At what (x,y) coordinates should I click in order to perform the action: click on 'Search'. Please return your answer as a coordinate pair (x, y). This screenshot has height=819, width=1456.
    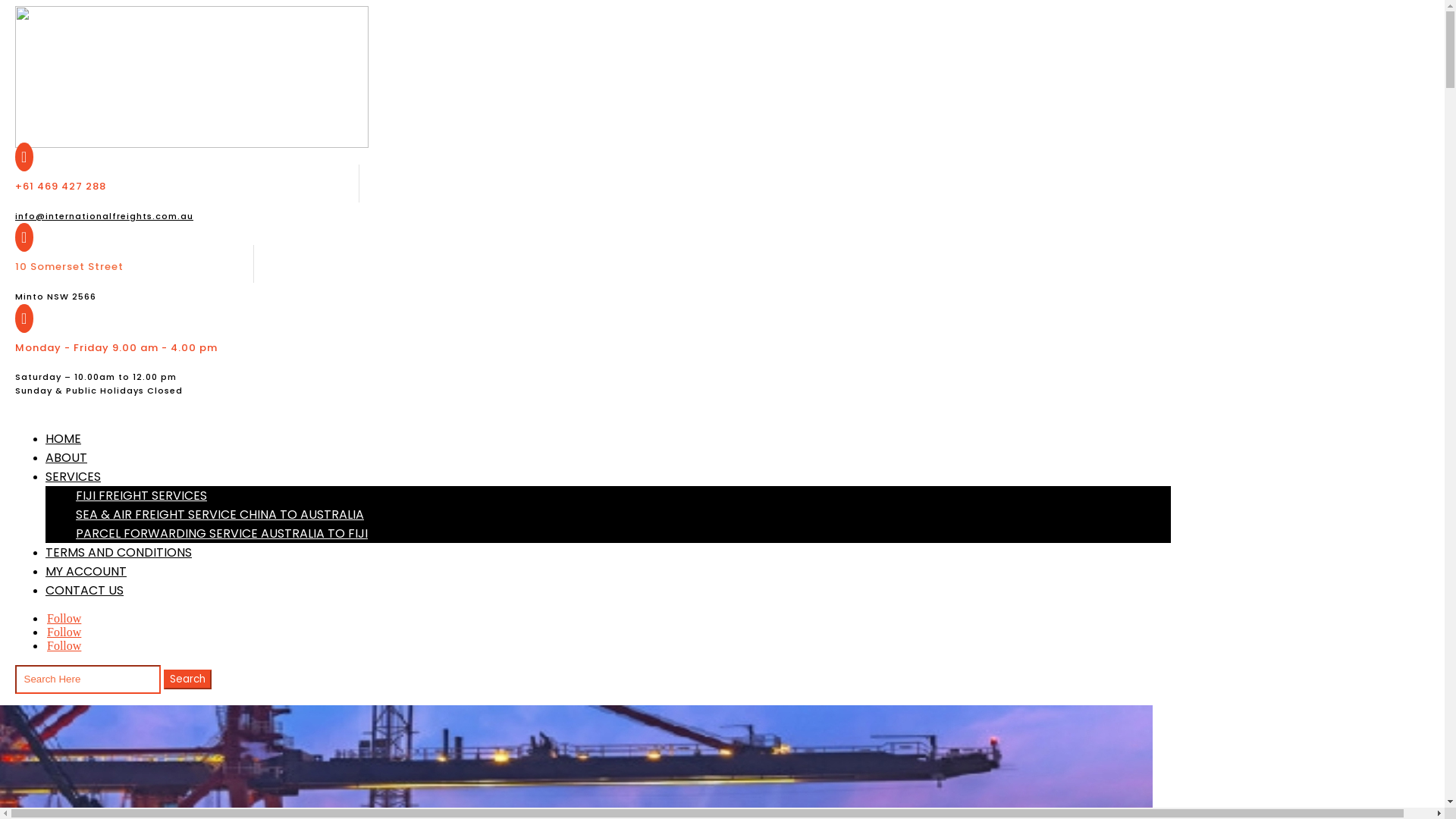
    Looking at the image, I should click on (164, 678).